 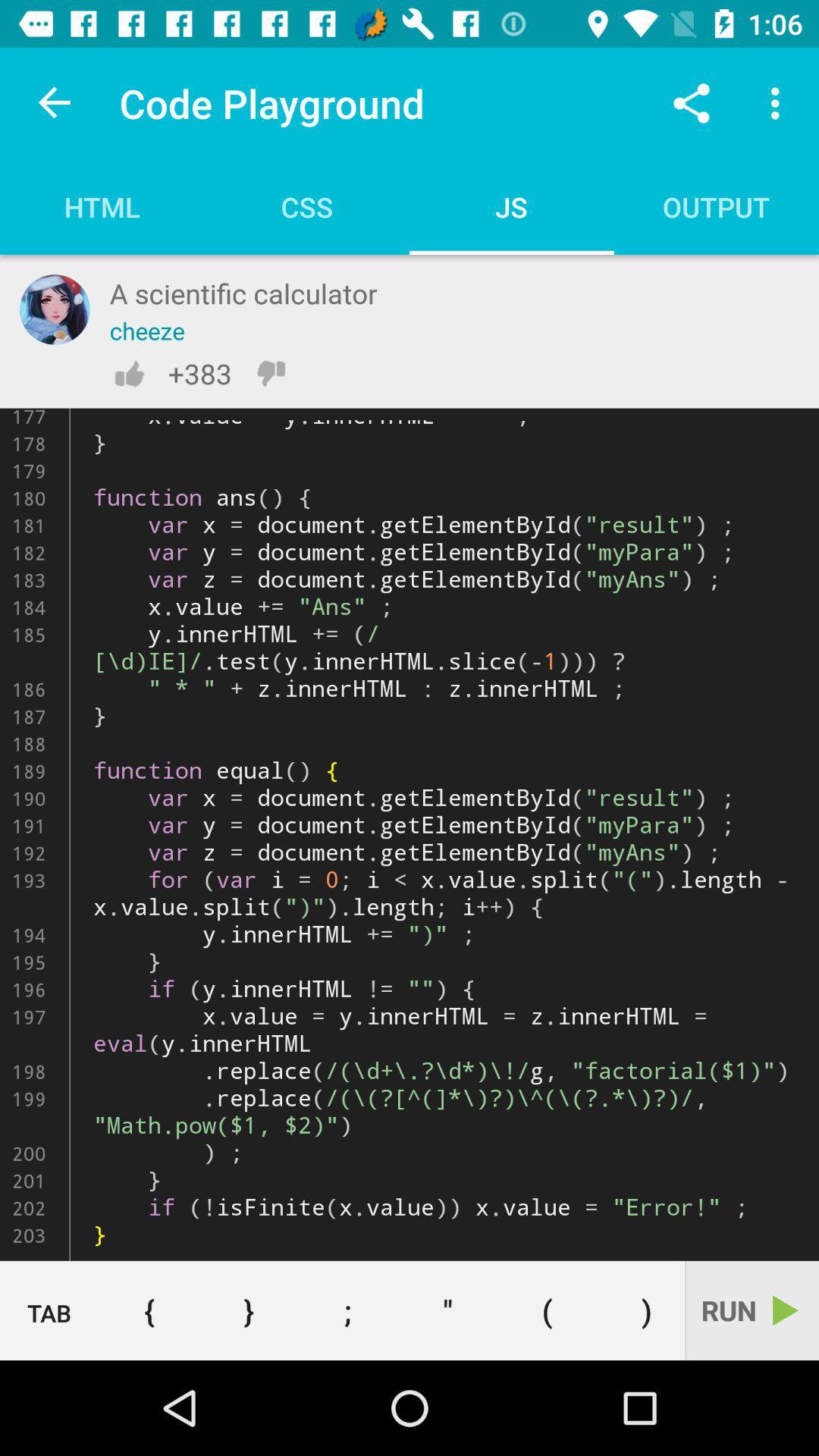 What do you see at coordinates (54, 309) in the screenshot?
I see `the user 's profile` at bounding box center [54, 309].